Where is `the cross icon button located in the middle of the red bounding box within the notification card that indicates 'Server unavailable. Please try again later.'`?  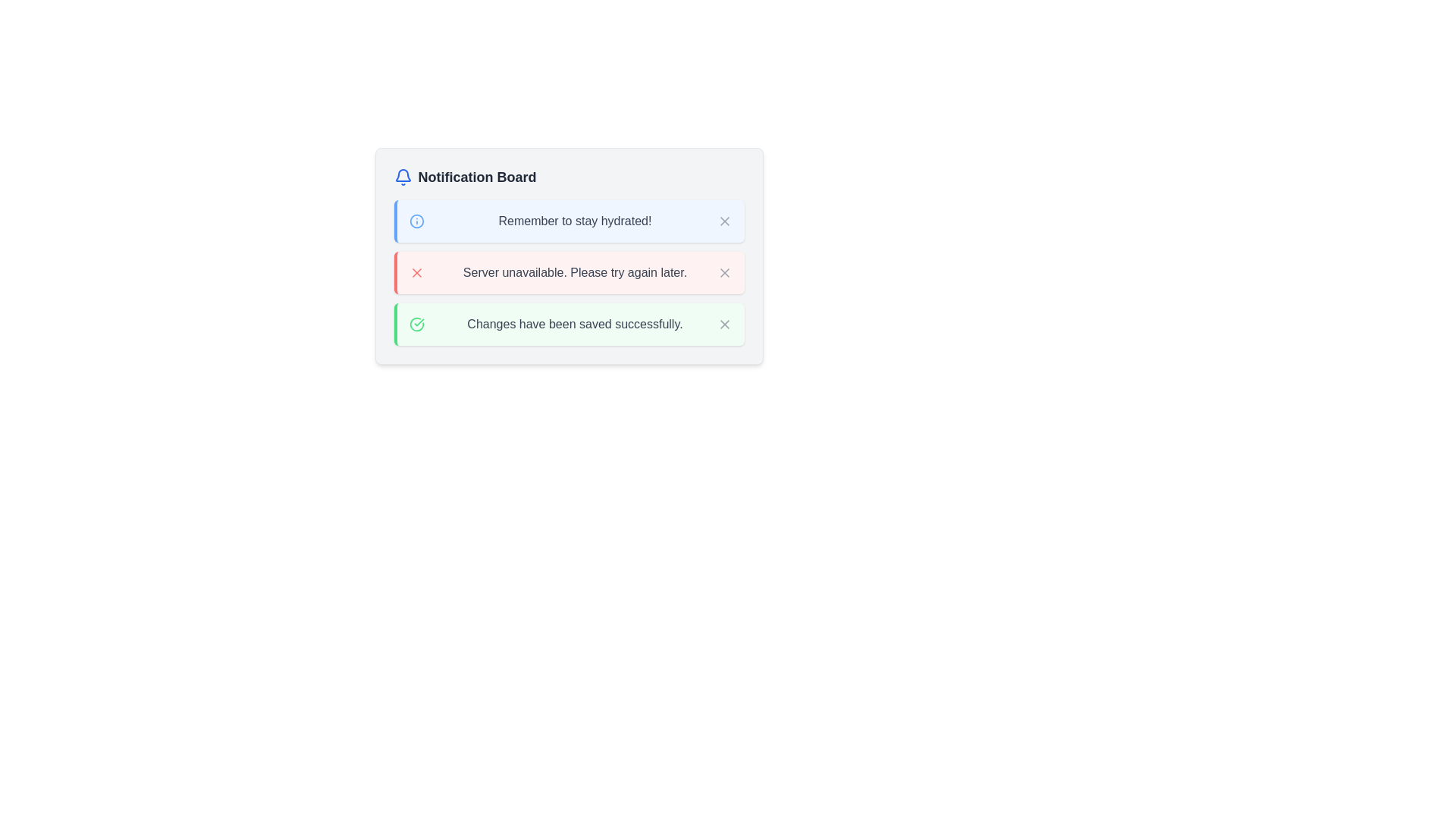 the cross icon button located in the middle of the red bounding box within the notification card that indicates 'Server unavailable. Please try again later.' is located at coordinates (416, 271).